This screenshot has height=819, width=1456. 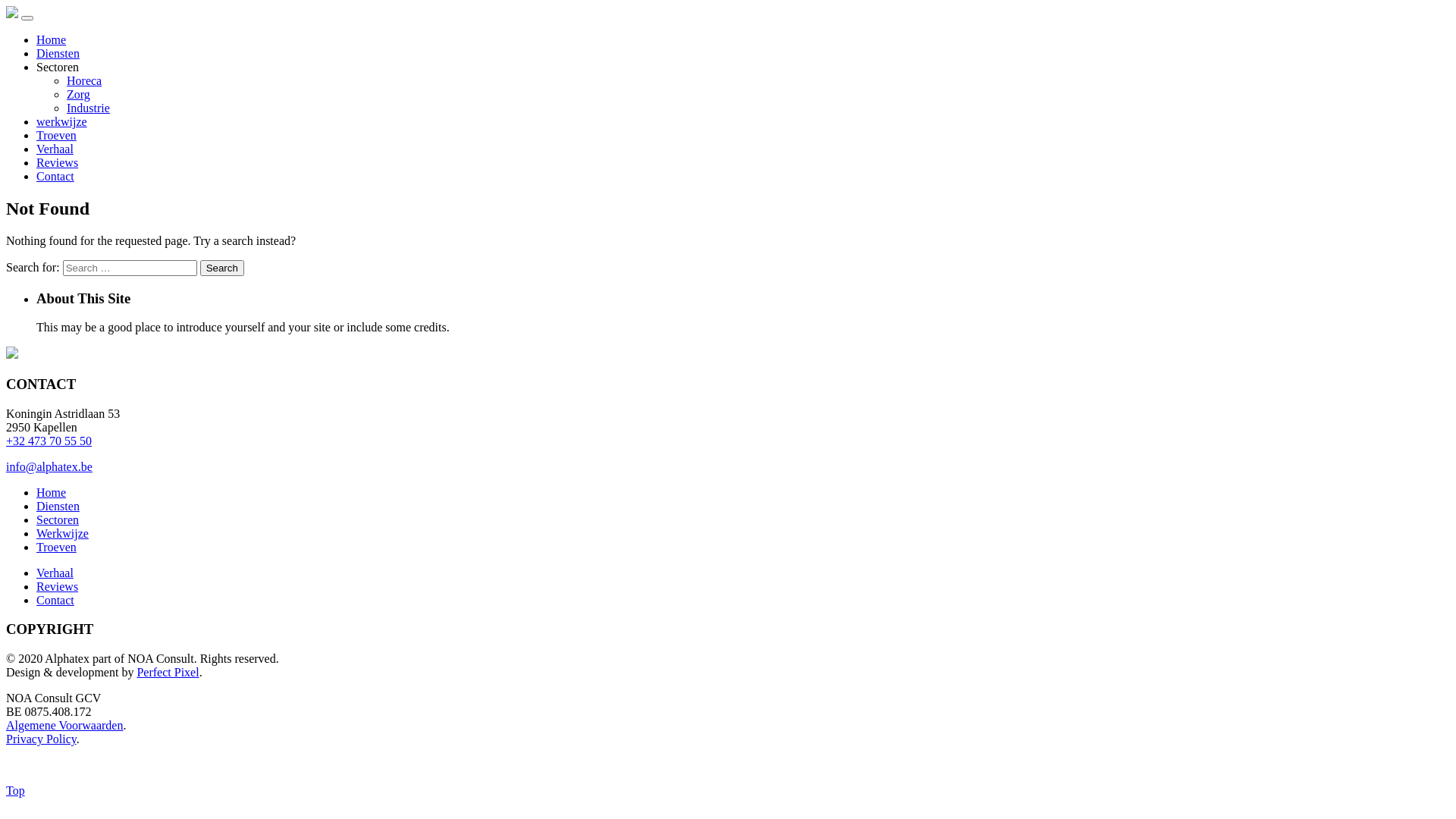 What do you see at coordinates (58, 506) in the screenshot?
I see `'Diensten'` at bounding box center [58, 506].